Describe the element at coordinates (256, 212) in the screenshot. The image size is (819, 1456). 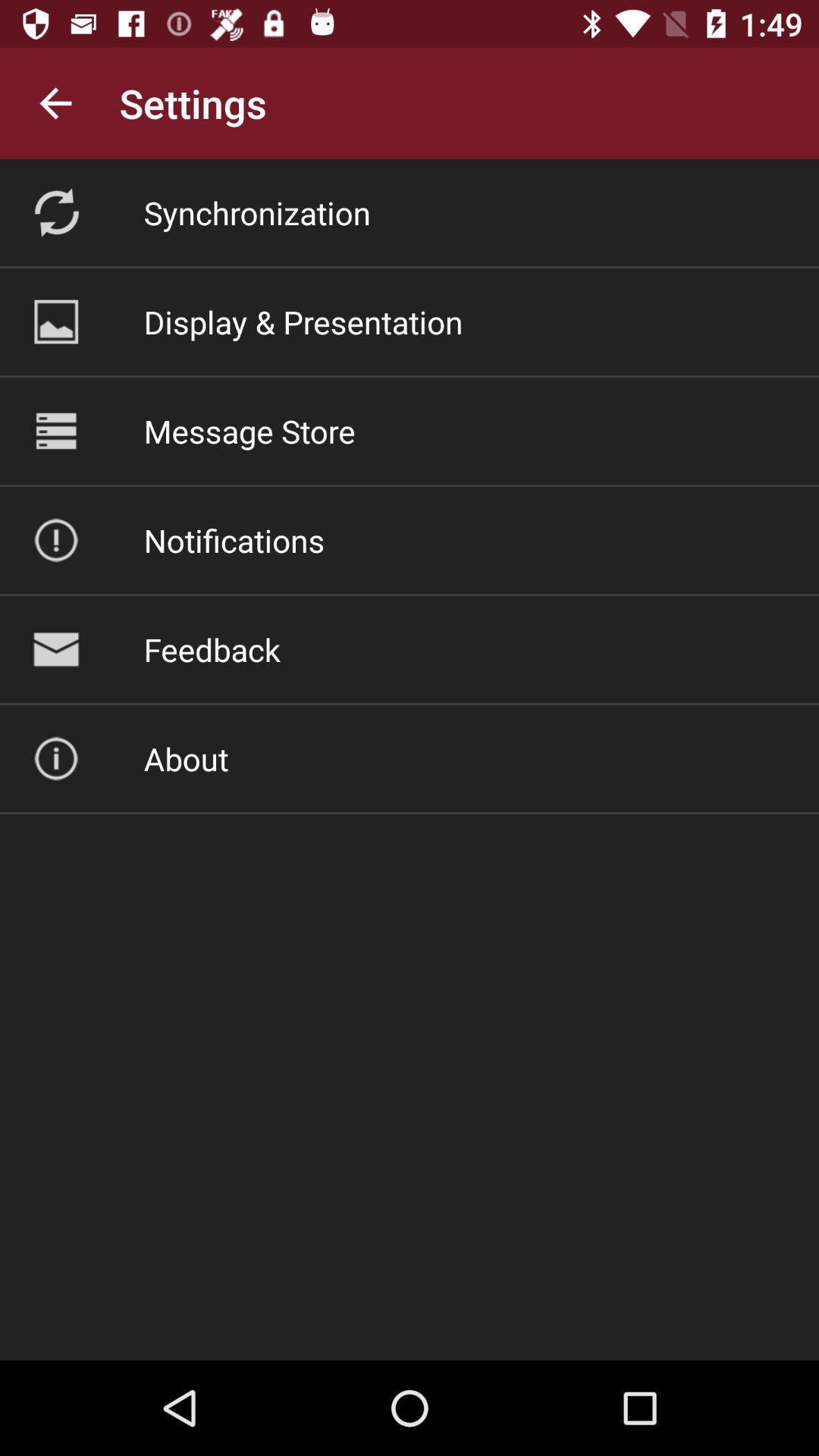
I see `icon above display & presentation item` at that location.